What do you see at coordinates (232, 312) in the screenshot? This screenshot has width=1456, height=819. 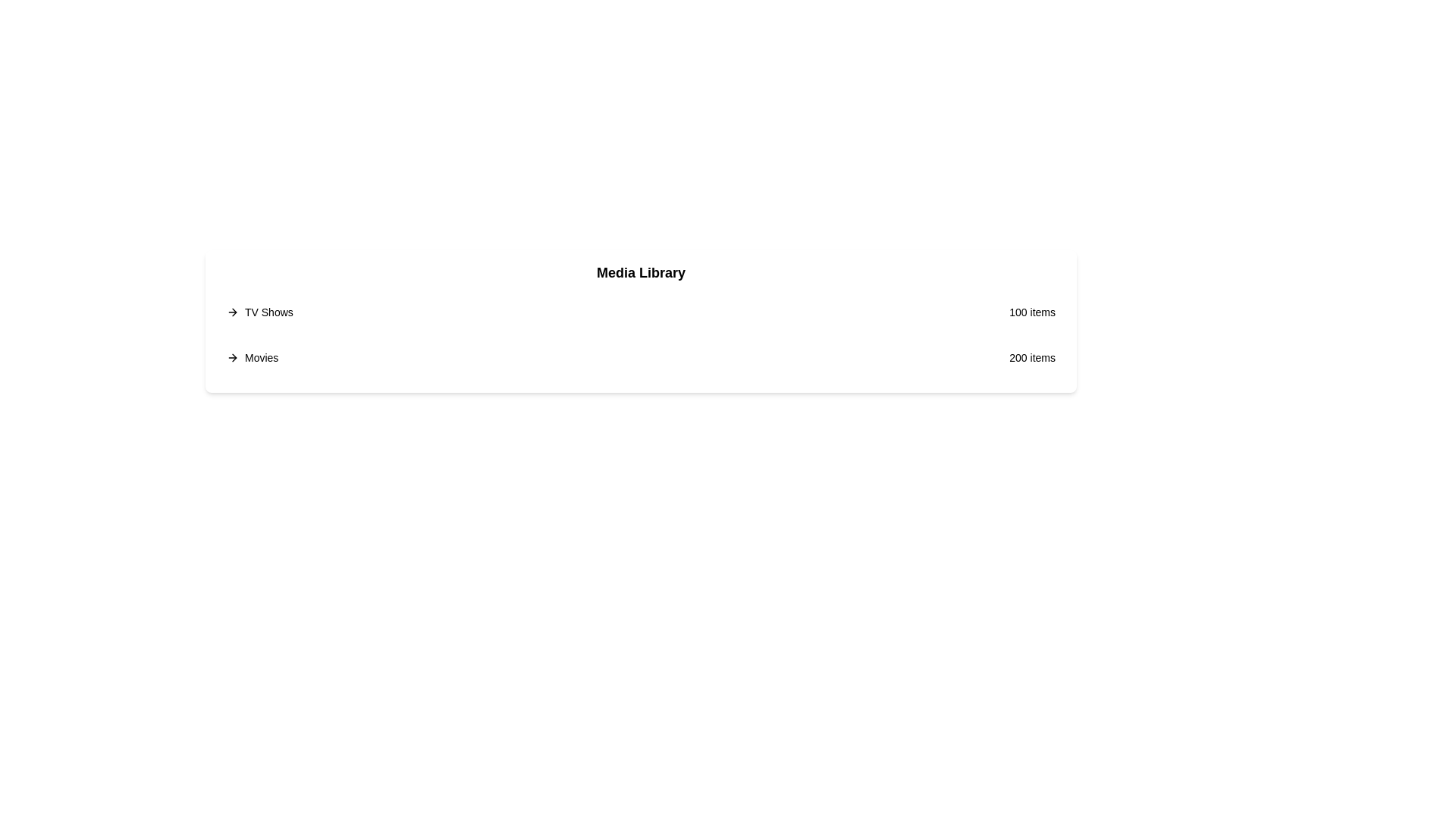 I see `the arrow icon that serves as a visual indicator for the 'TV Shows' label, positioned to the left of the label` at bounding box center [232, 312].